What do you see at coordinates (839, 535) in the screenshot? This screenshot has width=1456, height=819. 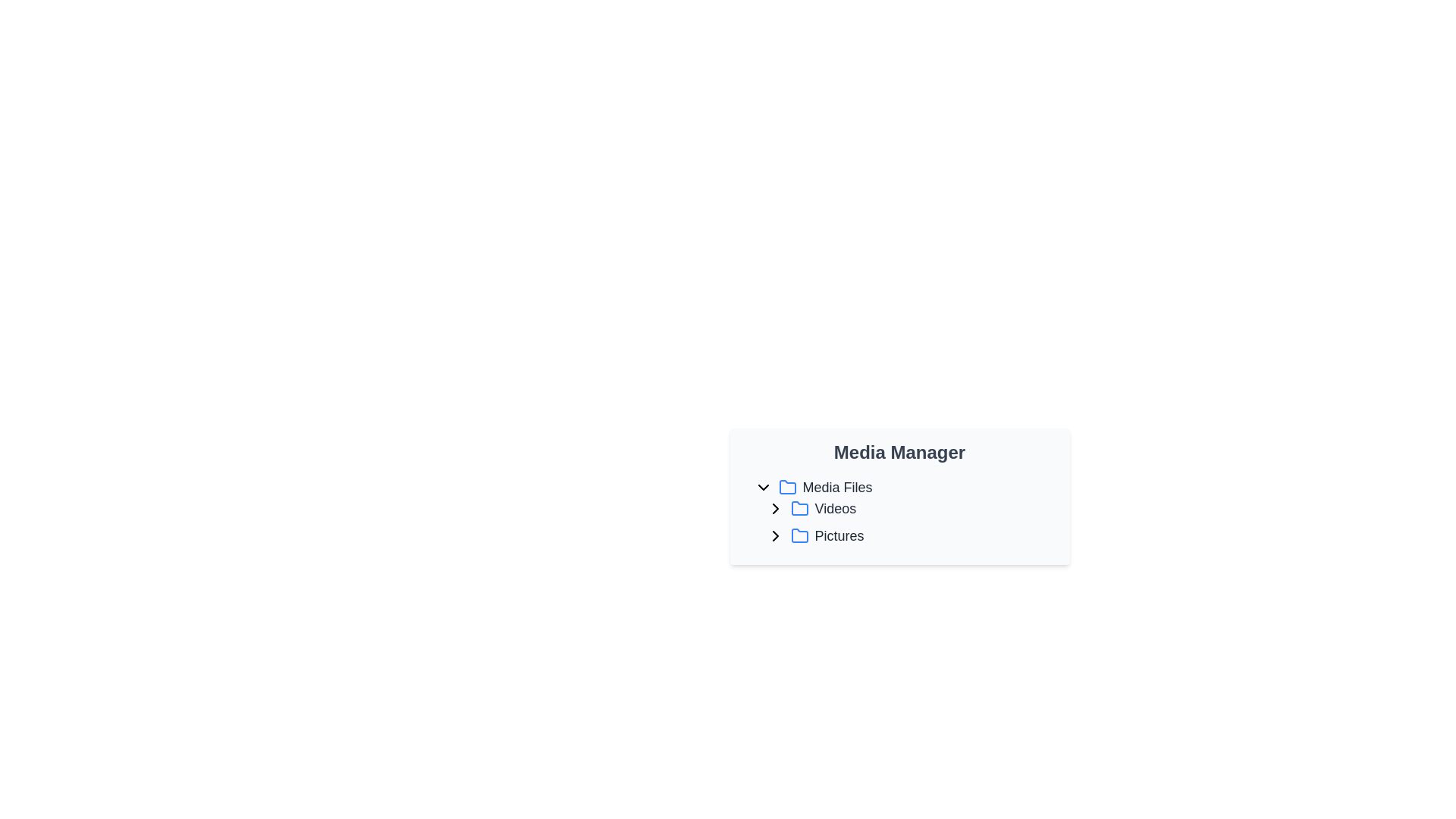 I see `the non-interactive 'Pictures' label in the Media Manager file hierarchy` at bounding box center [839, 535].